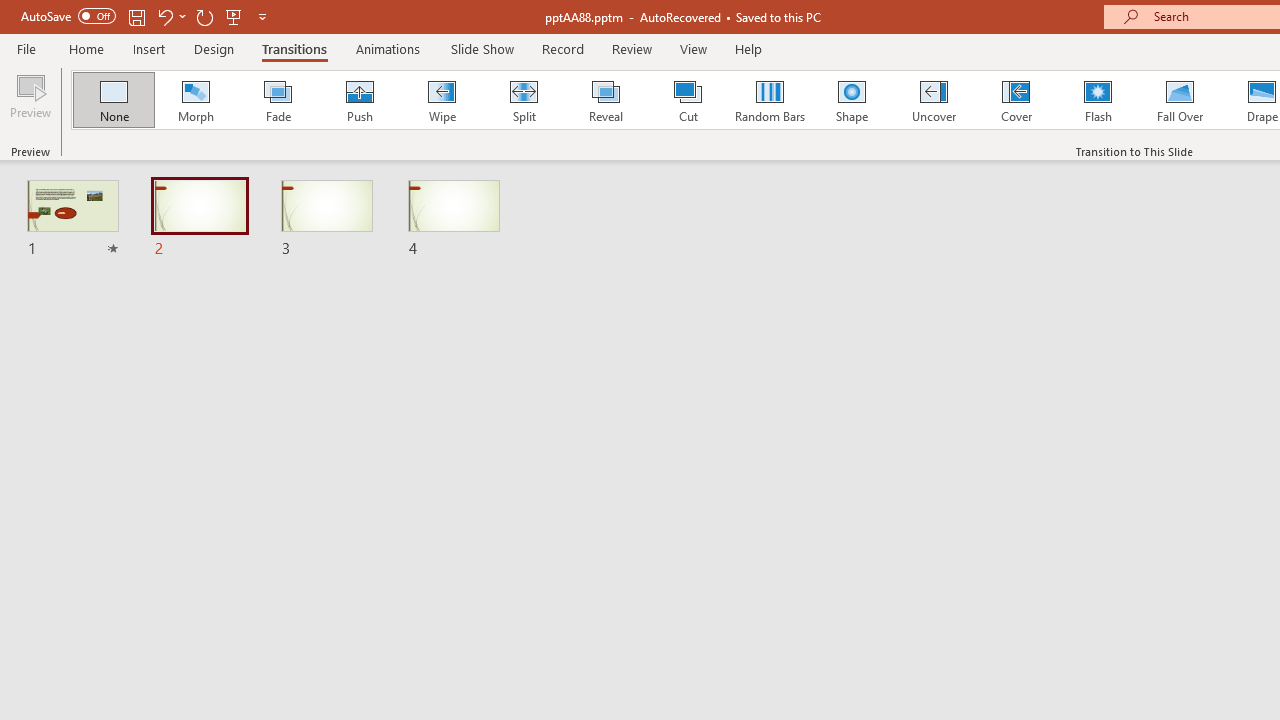 This screenshot has width=1280, height=720. What do you see at coordinates (276, 100) in the screenshot?
I see `'Fade'` at bounding box center [276, 100].